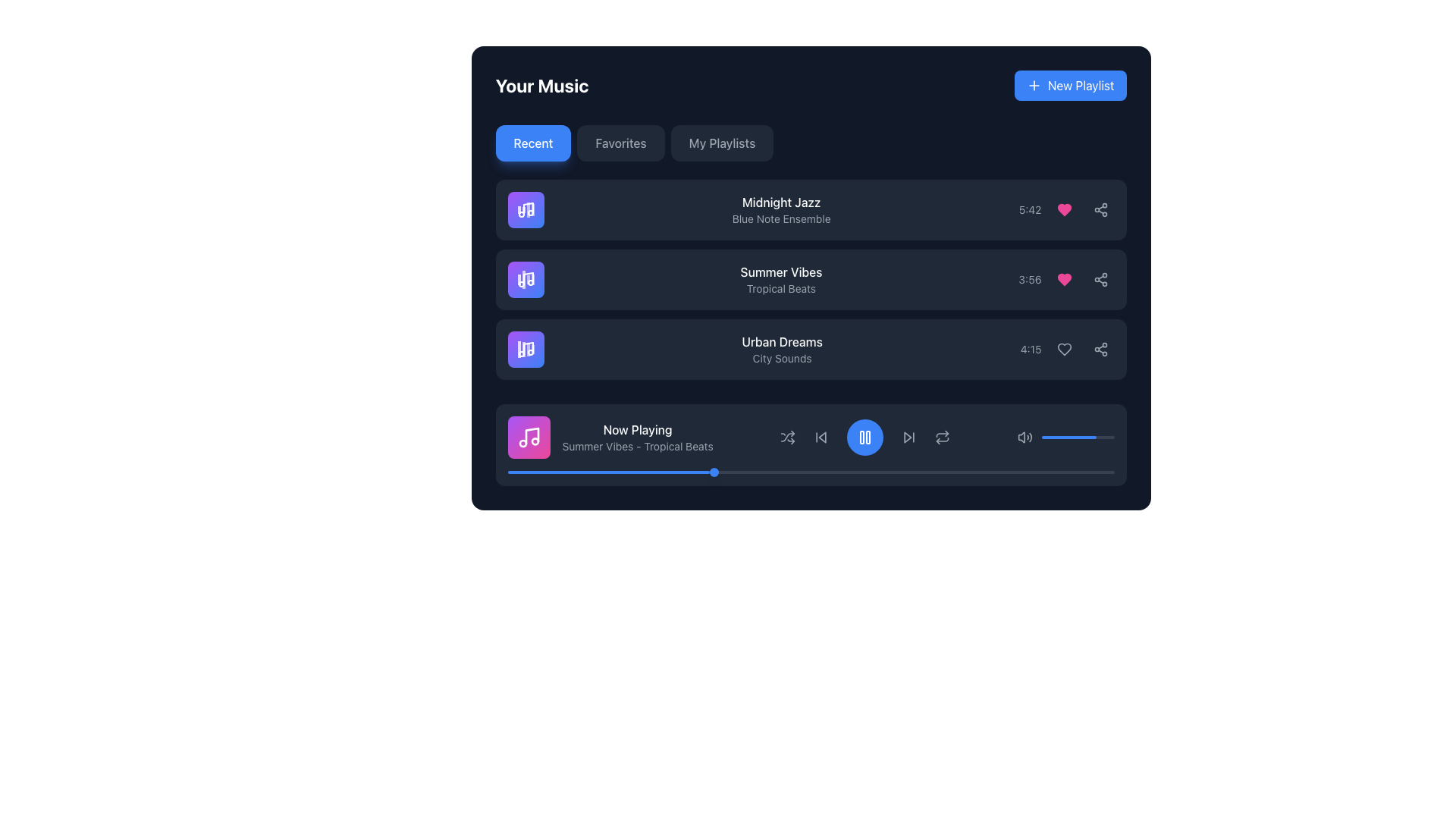 The image size is (1456, 819). I want to click on the Informational Label with an Icon that displays the currently playing track's title and description, located in the bottom section of the UI near the control bar, so click(610, 438).